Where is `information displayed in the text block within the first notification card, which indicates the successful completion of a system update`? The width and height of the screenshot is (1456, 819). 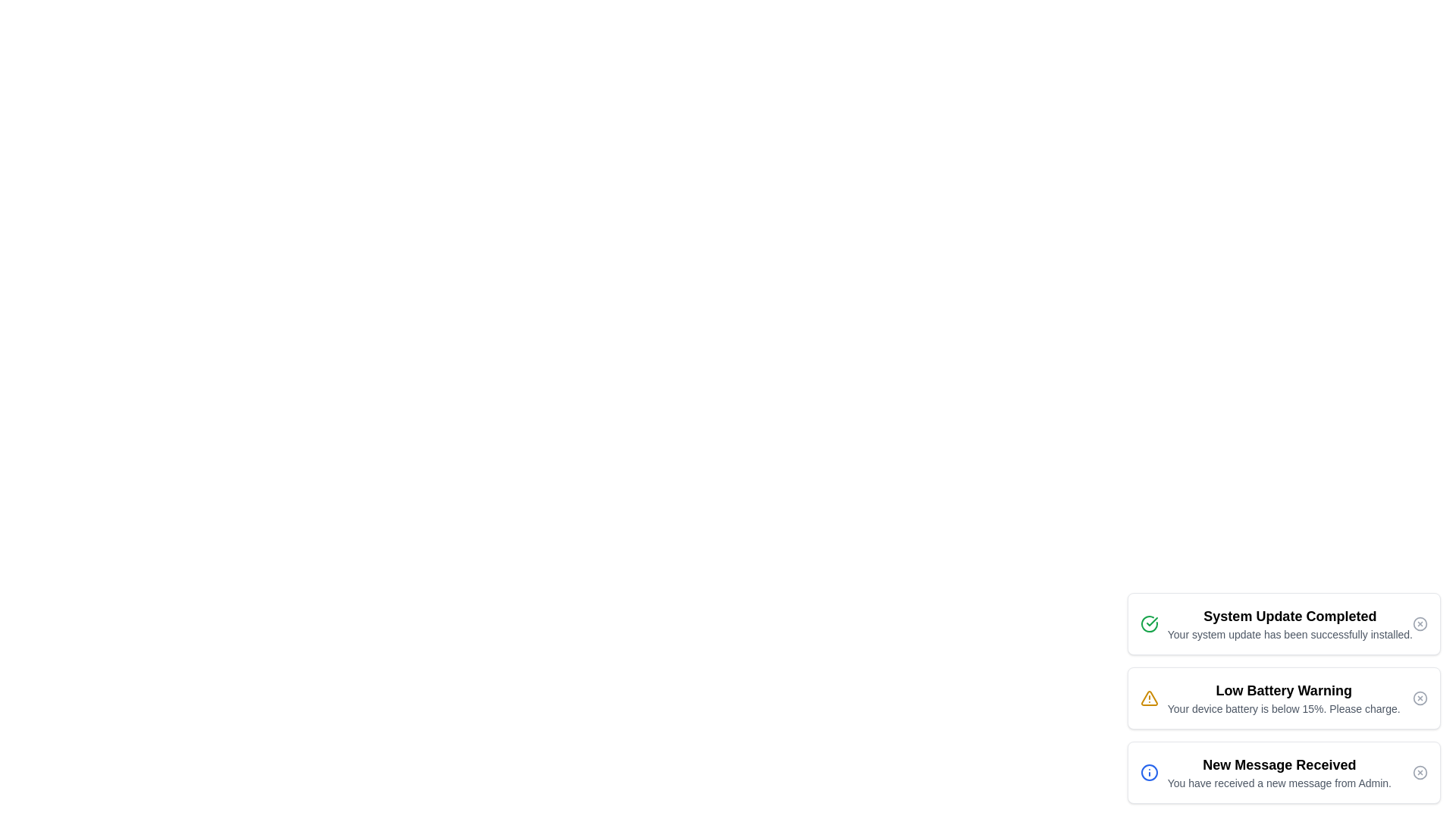 information displayed in the text block within the first notification card, which indicates the successful completion of a system update is located at coordinates (1289, 623).